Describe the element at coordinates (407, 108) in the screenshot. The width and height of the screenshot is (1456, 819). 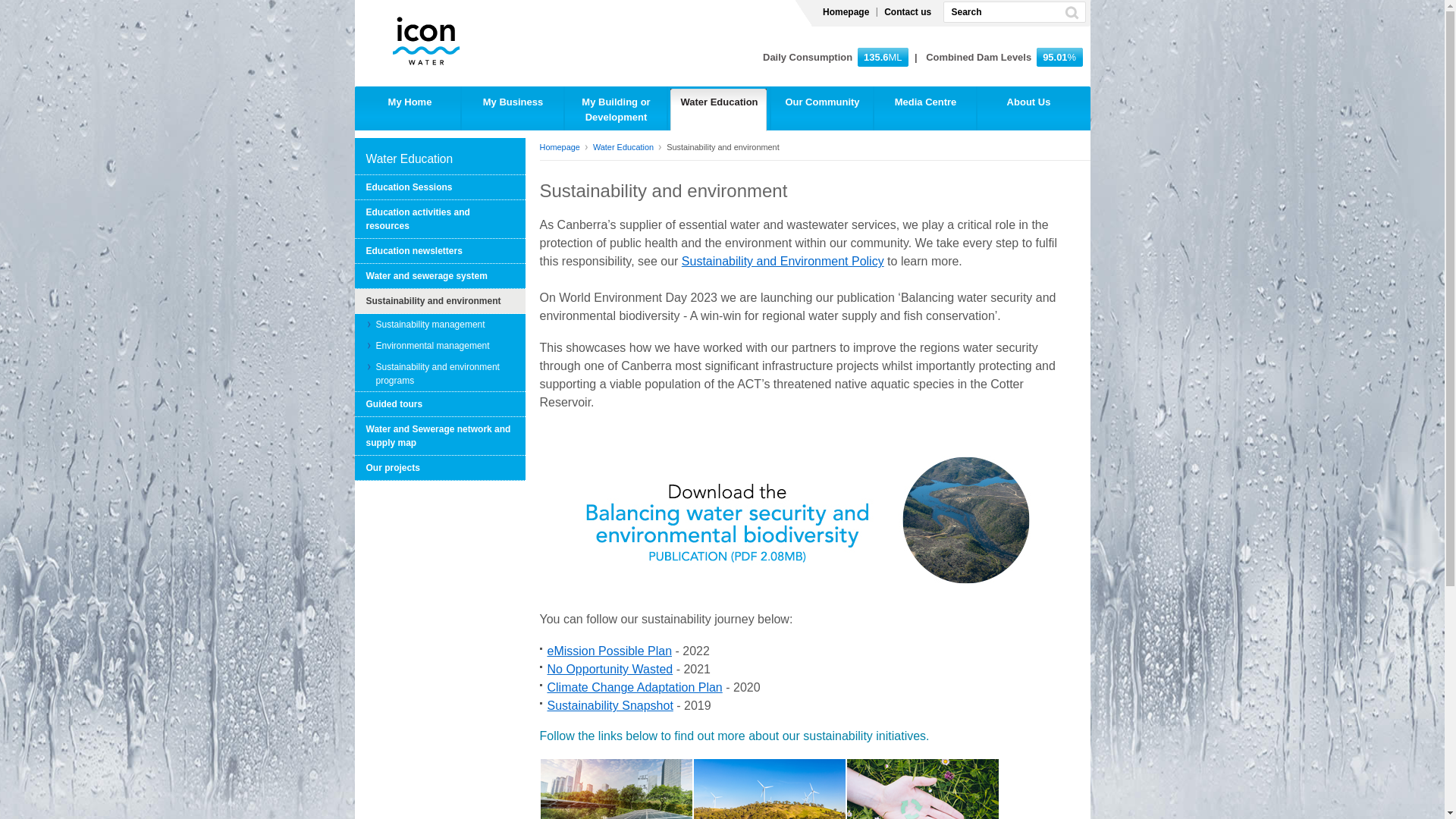
I see `'My Home'` at that location.